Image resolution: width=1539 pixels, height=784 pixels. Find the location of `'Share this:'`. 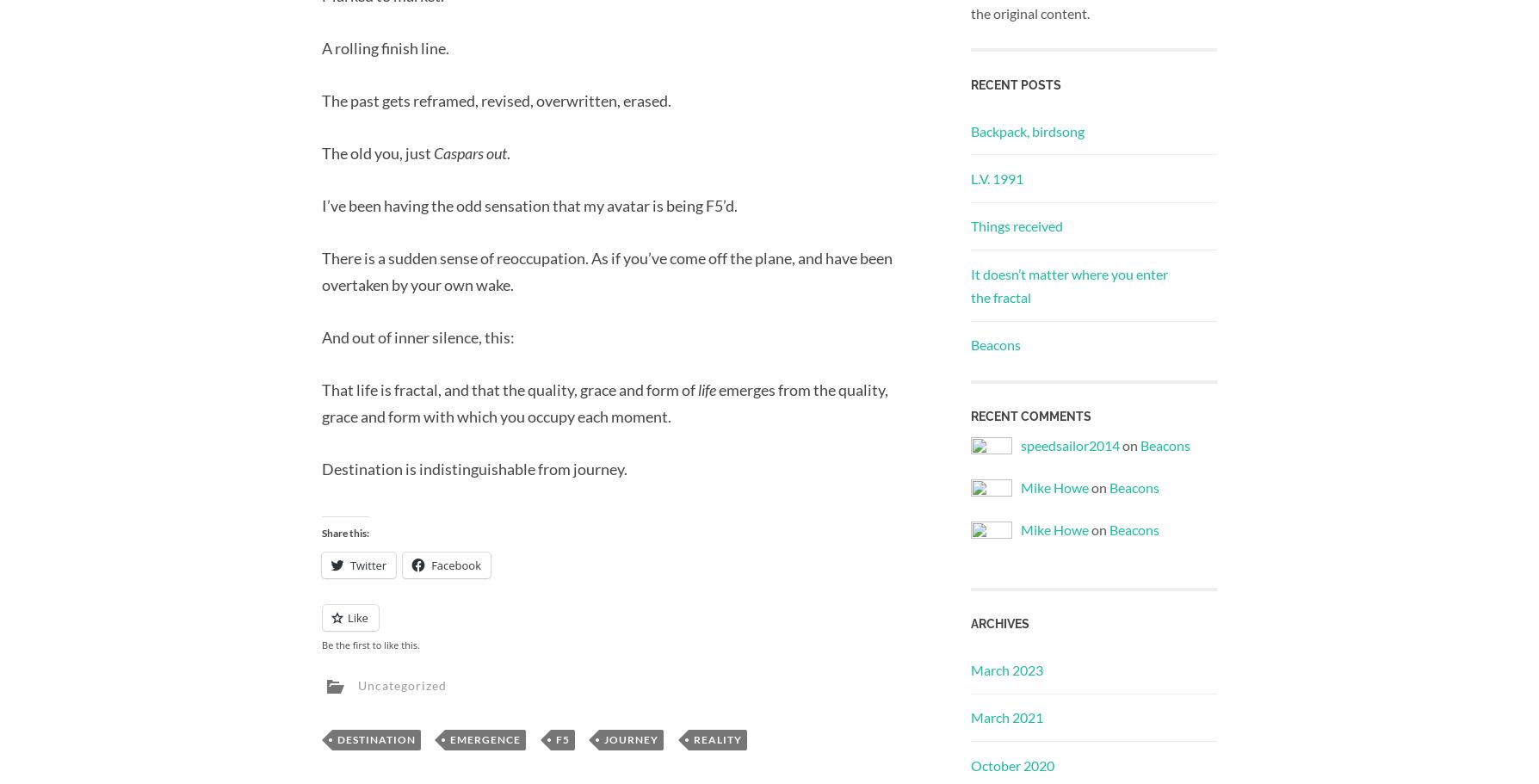

'Share this:' is located at coordinates (344, 532).